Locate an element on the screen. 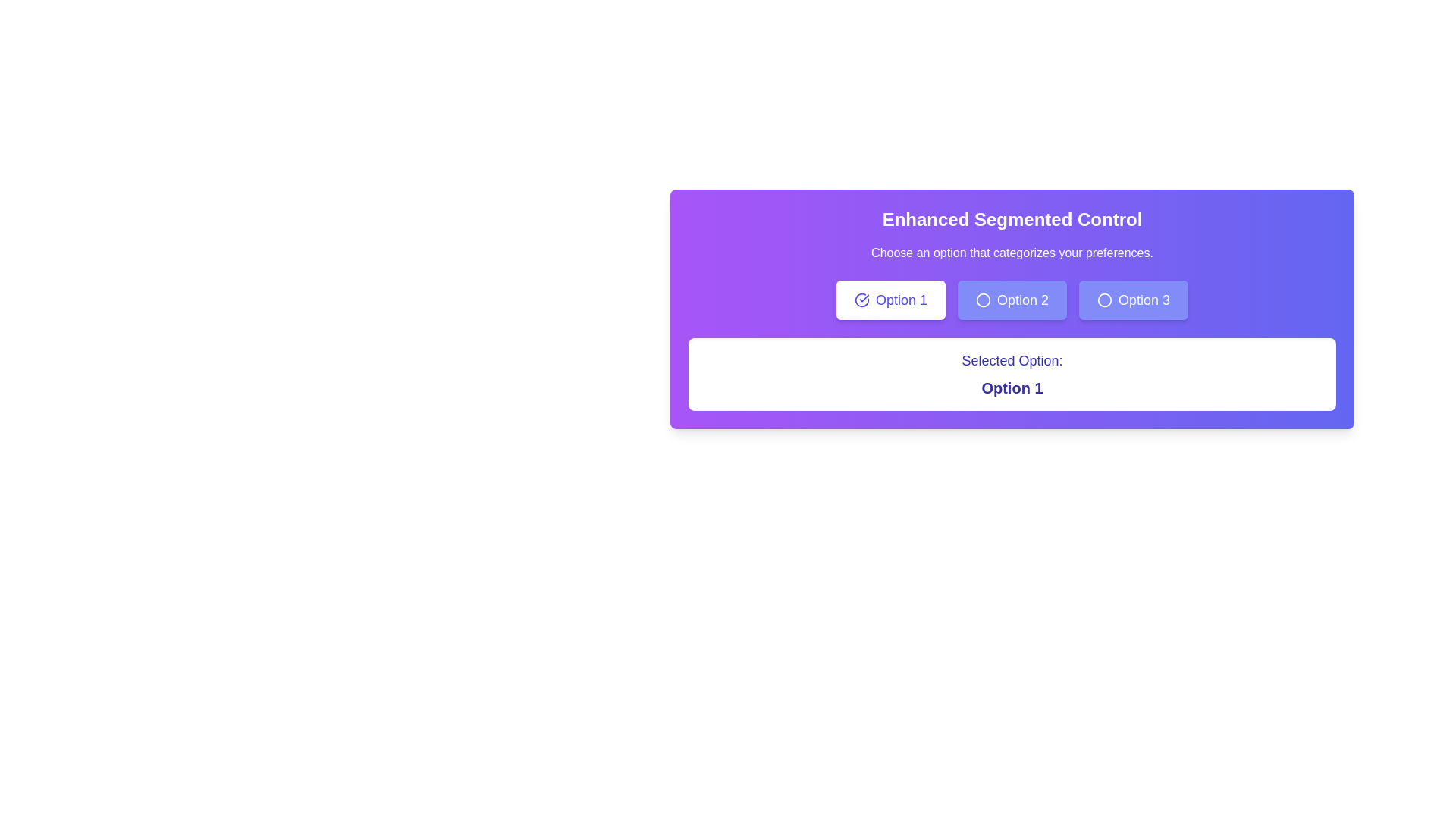 The width and height of the screenshot is (1456, 819). the radio button icon representing 'Option 2' in the segmented control is located at coordinates (983, 300).